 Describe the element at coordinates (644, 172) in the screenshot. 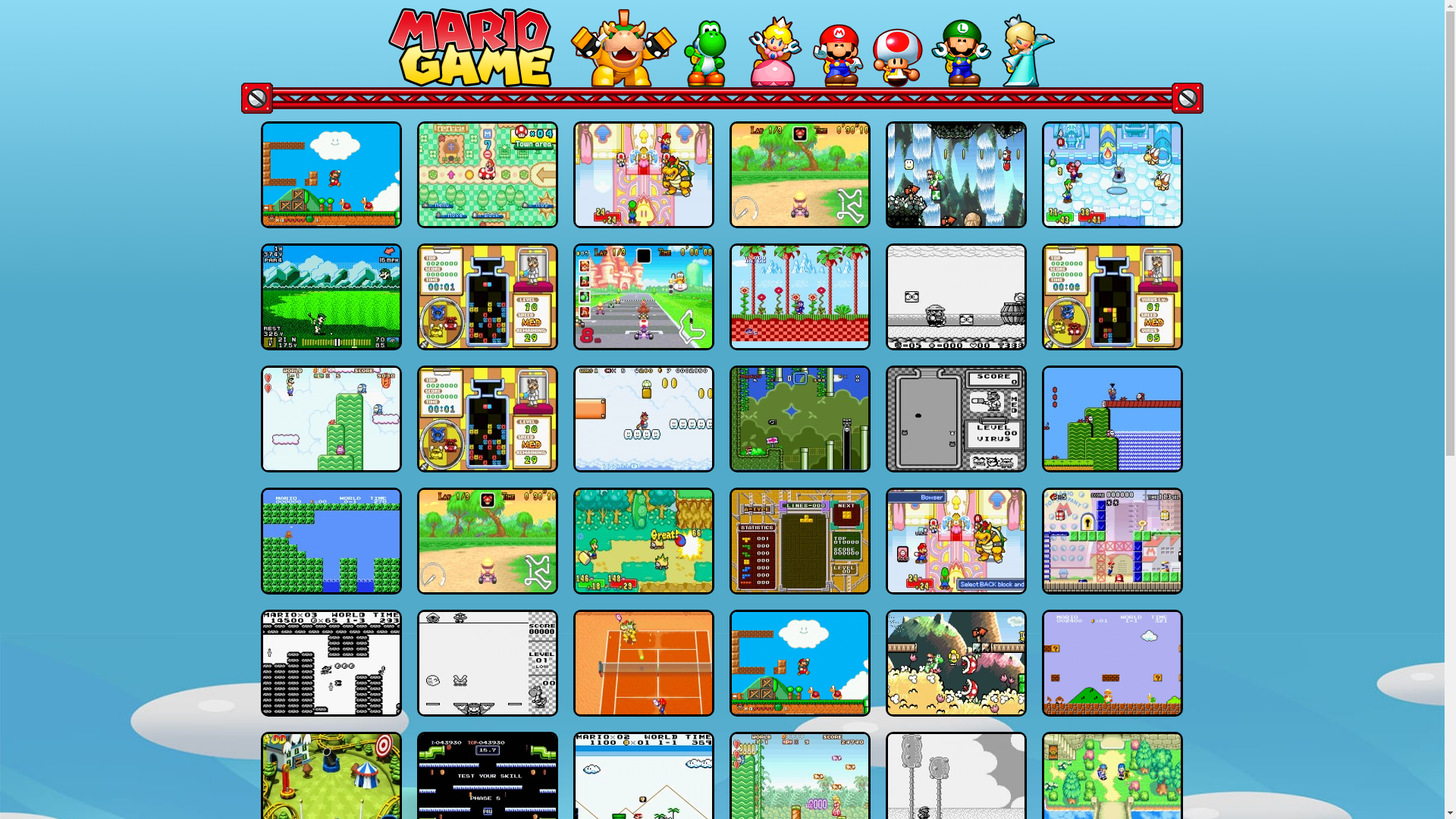

I see `'Mario & Luigi Superstar Saga Plus(v1.5)'` at that location.